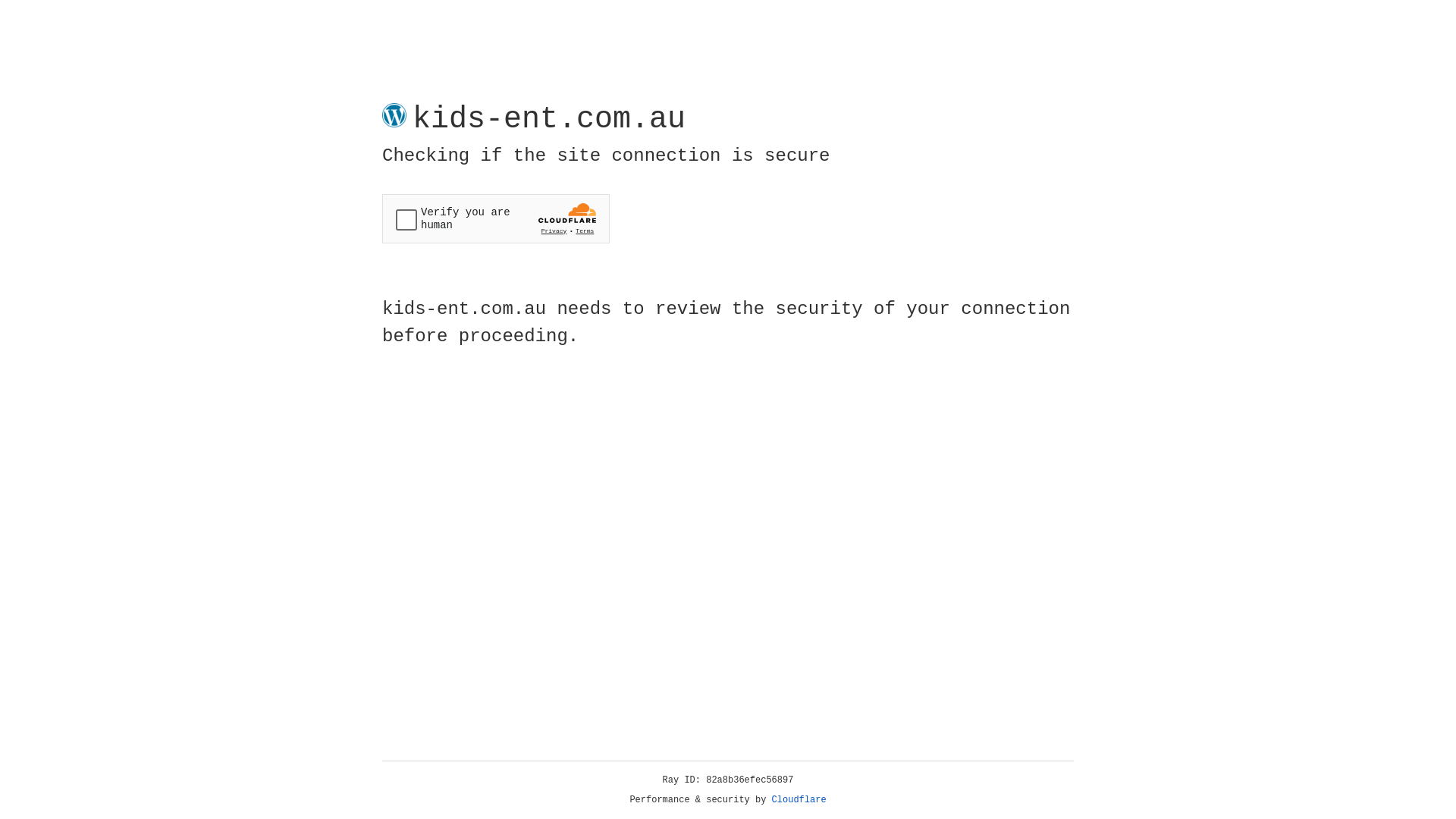 The image size is (1456, 819). What do you see at coordinates (495, 218) in the screenshot?
I see `'Widget containing a Cloudflare security challenge'` at bounding box center [495, 218].